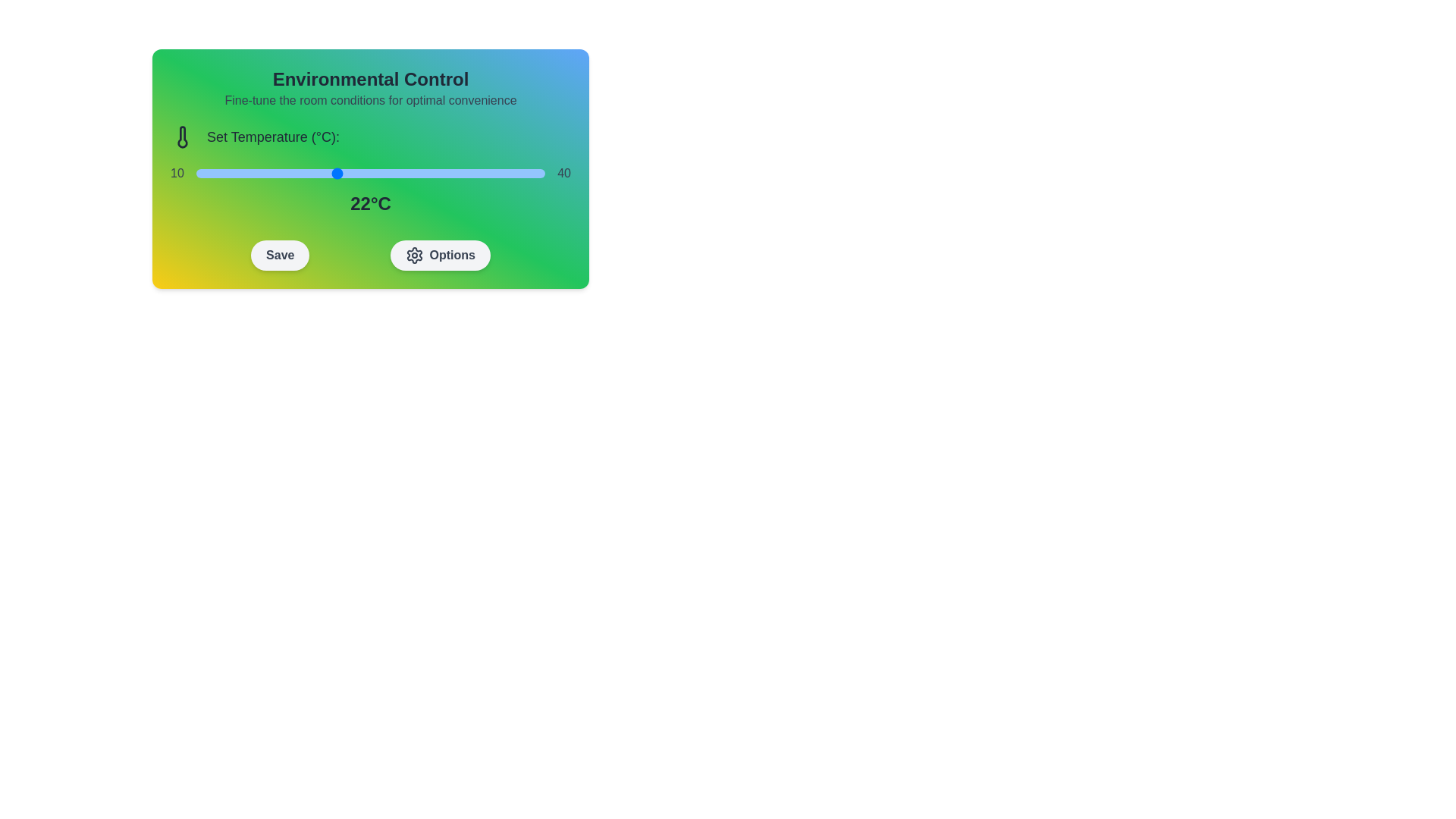 Image resolution: width=1456 pixels, height=819 pixels. I want to click on the temperature, so click(463, 172).